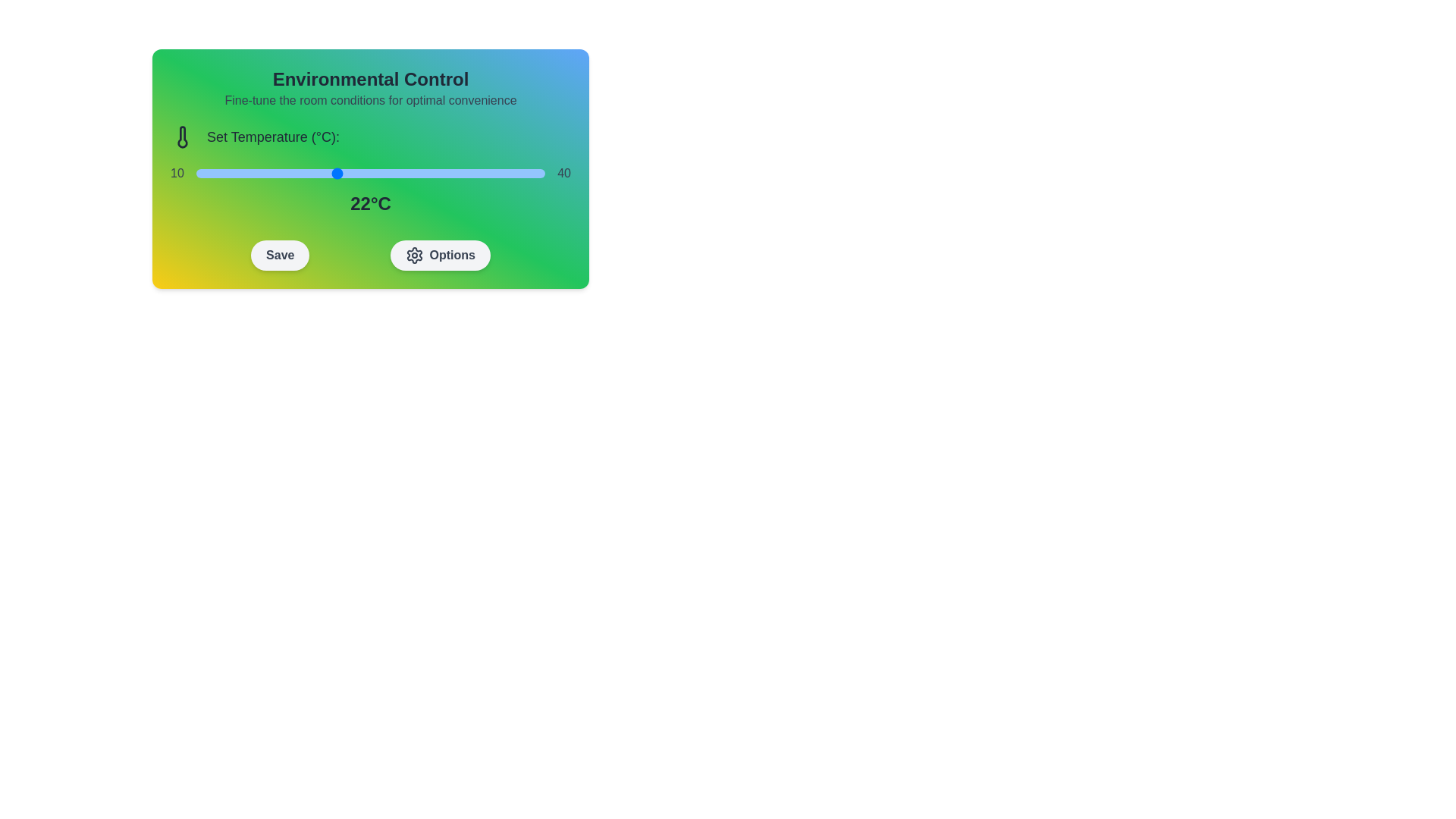 Image resolution: width=1456 pixels, height=819 pixels. I want to click on the temperature, so click(463, 172).